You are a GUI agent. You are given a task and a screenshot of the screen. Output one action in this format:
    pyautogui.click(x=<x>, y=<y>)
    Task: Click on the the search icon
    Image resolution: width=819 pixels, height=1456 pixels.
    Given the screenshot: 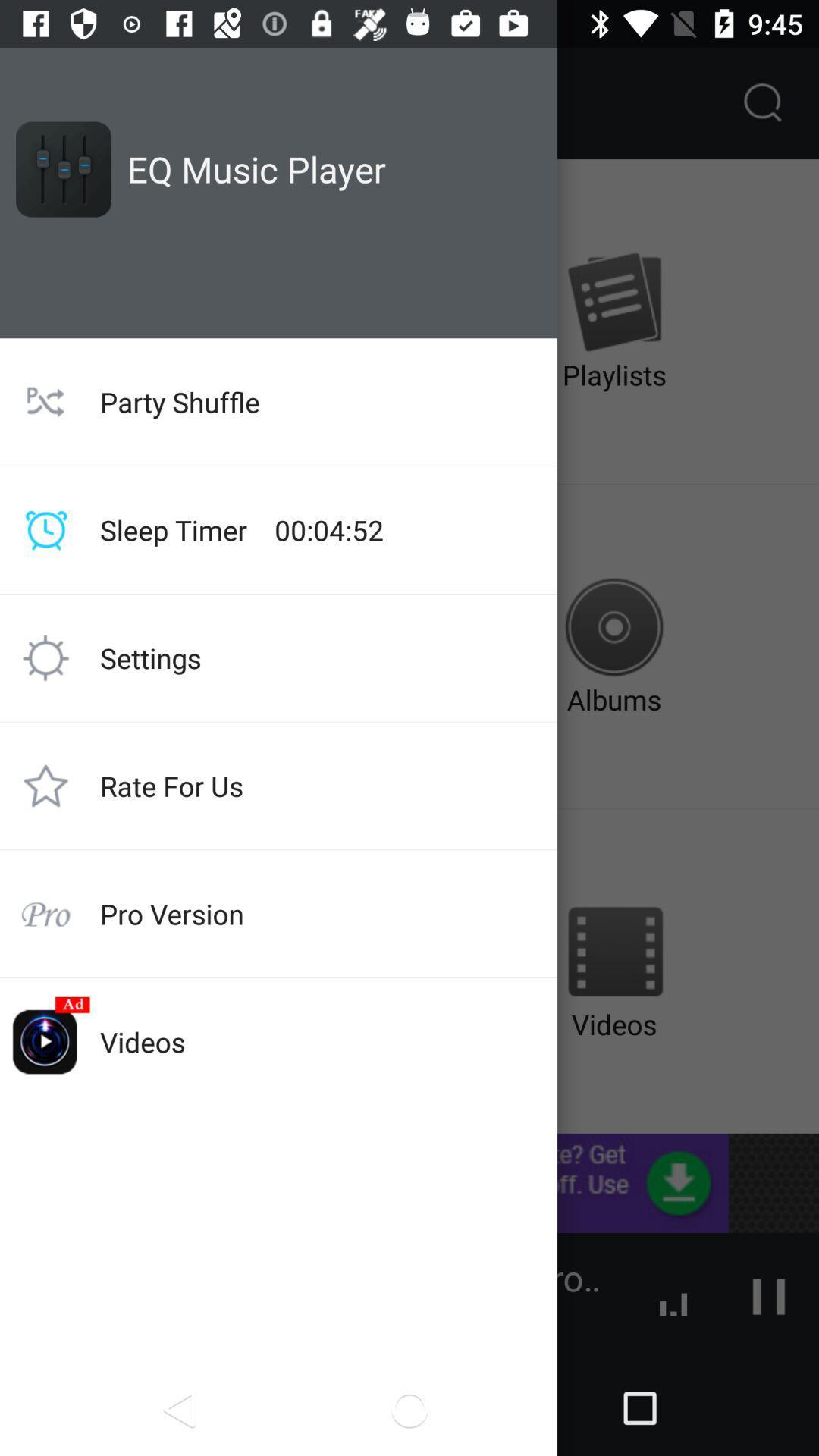 What is the action you would take?
    pyautogui.click(x=763, y=102)
    